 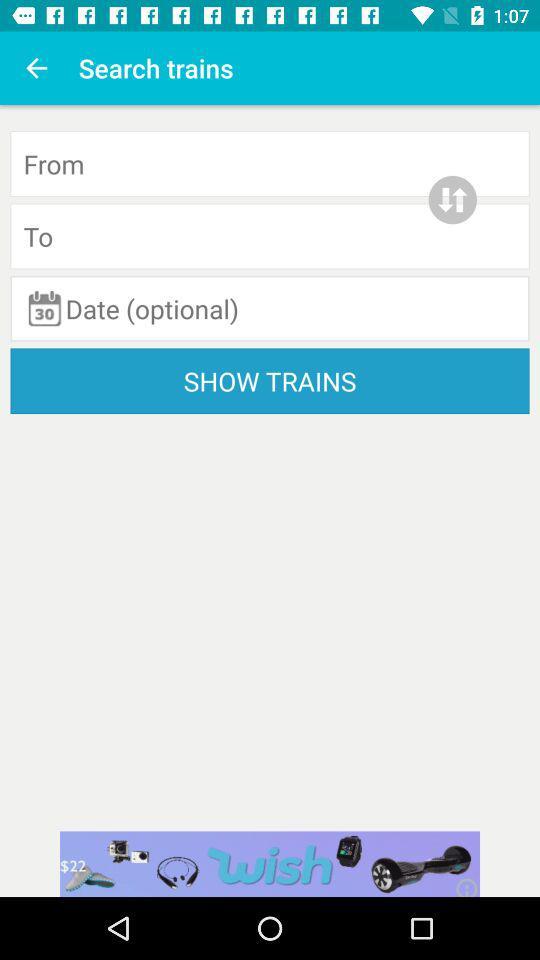 What do you see at coordinates (270, 236) in the screenshot?
I see `search train for where we go` at bounding box center [270, 236].